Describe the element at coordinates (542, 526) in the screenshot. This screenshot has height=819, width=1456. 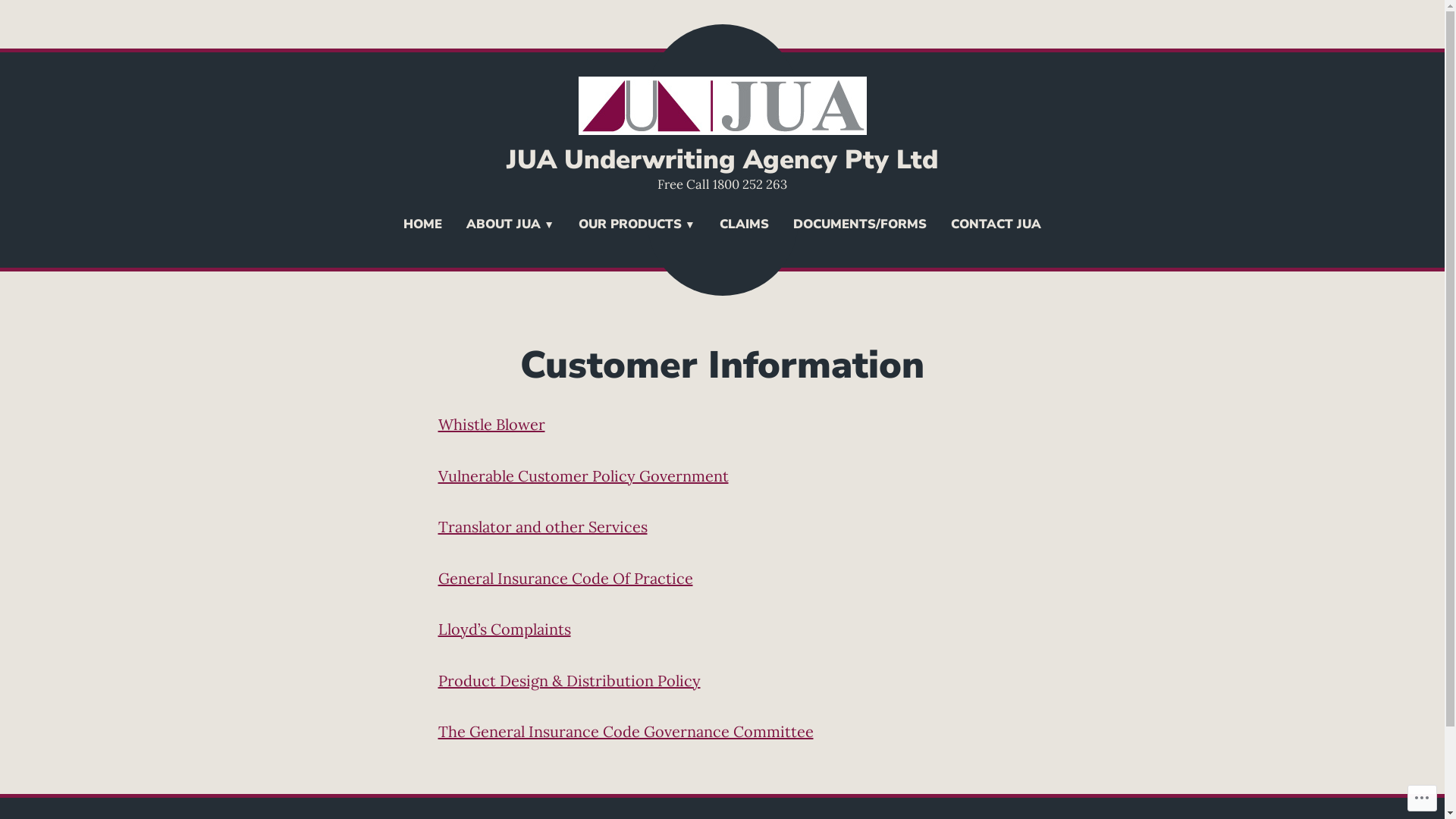
I see `'Translator and other Services'` at that location.